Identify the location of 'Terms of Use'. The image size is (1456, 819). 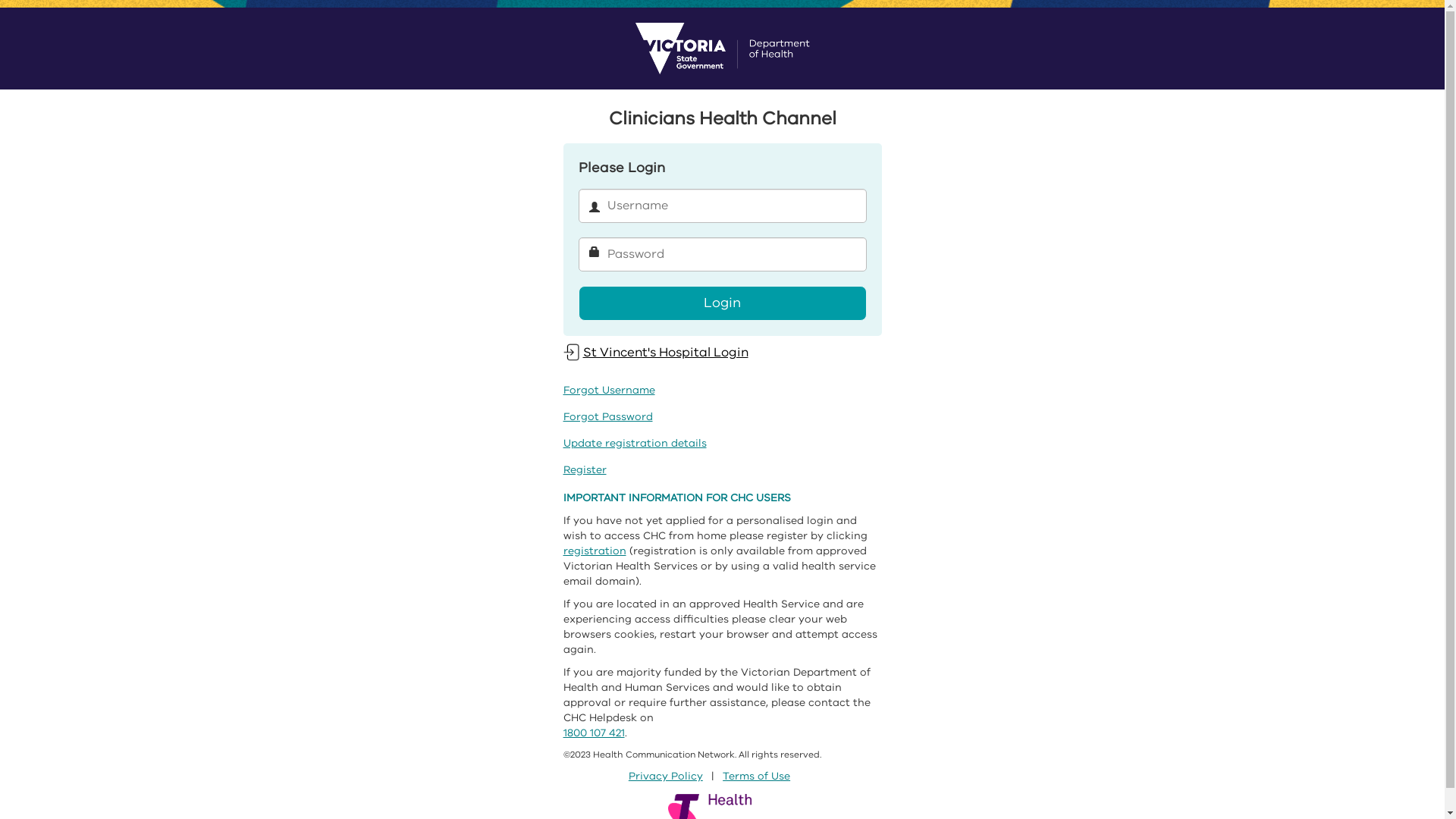
(756, 776).